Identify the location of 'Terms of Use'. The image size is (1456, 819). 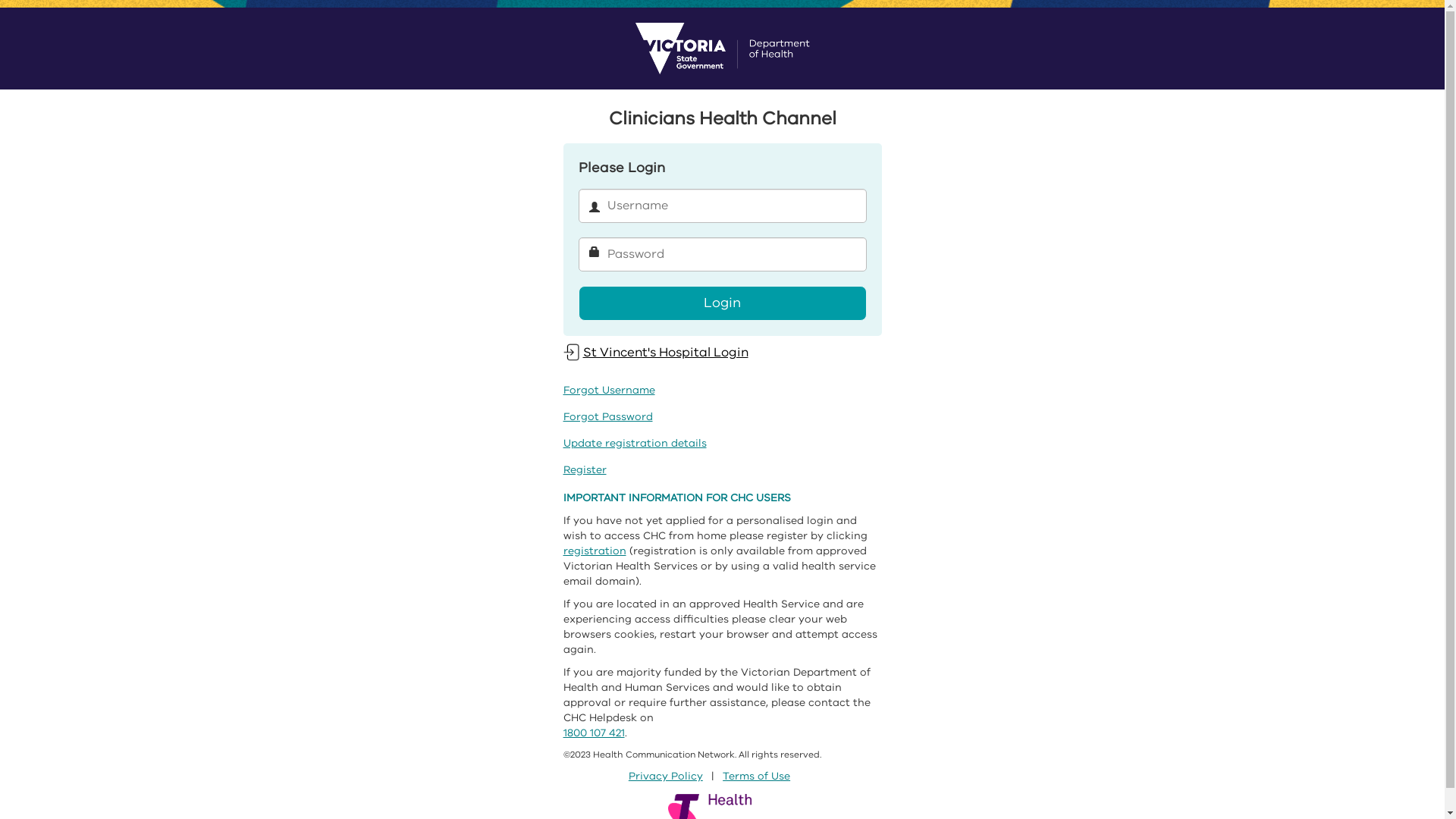
(756, 776).